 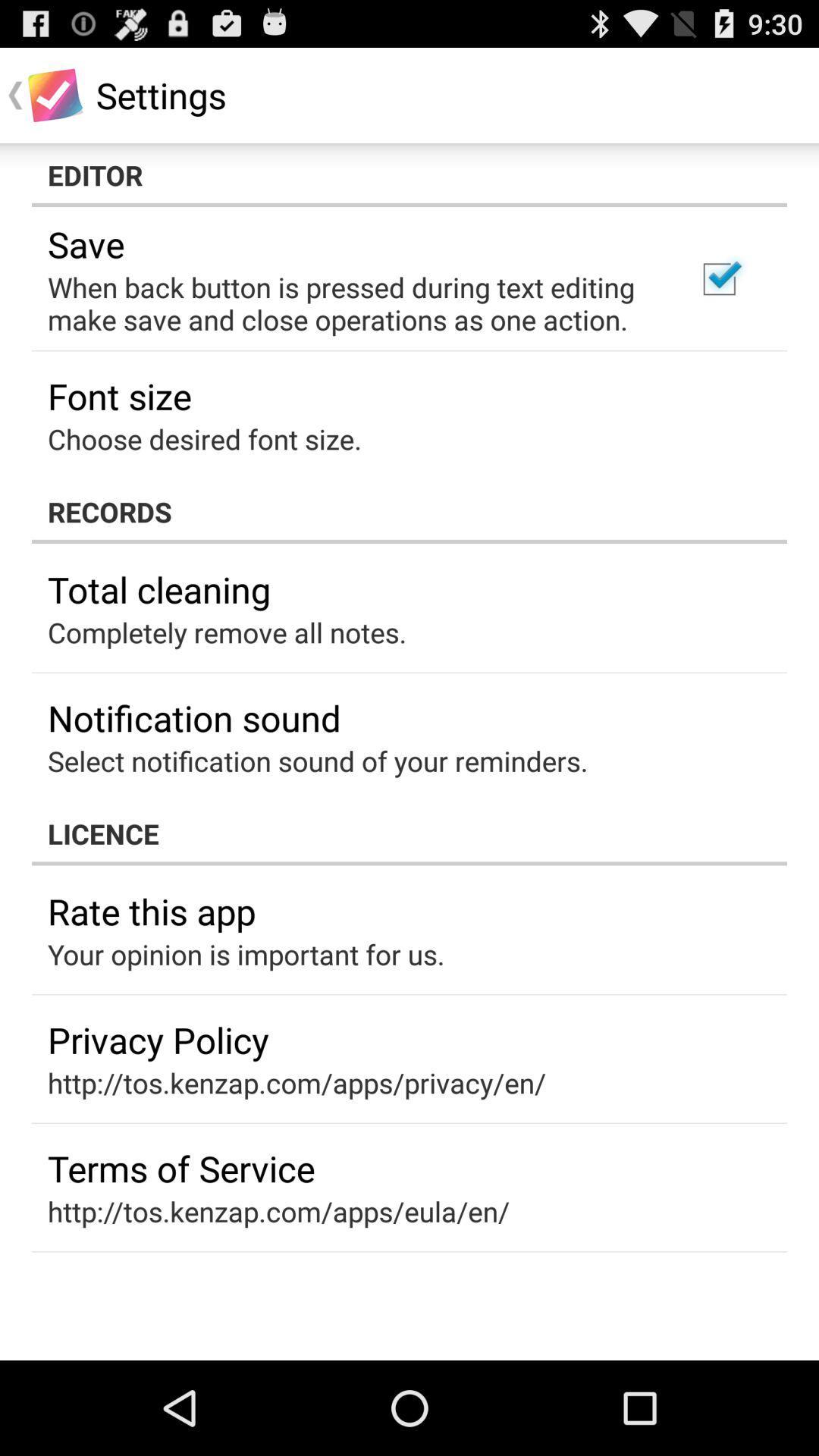 I want to click on the app above the rate this app app, so click(x=409, y=833).